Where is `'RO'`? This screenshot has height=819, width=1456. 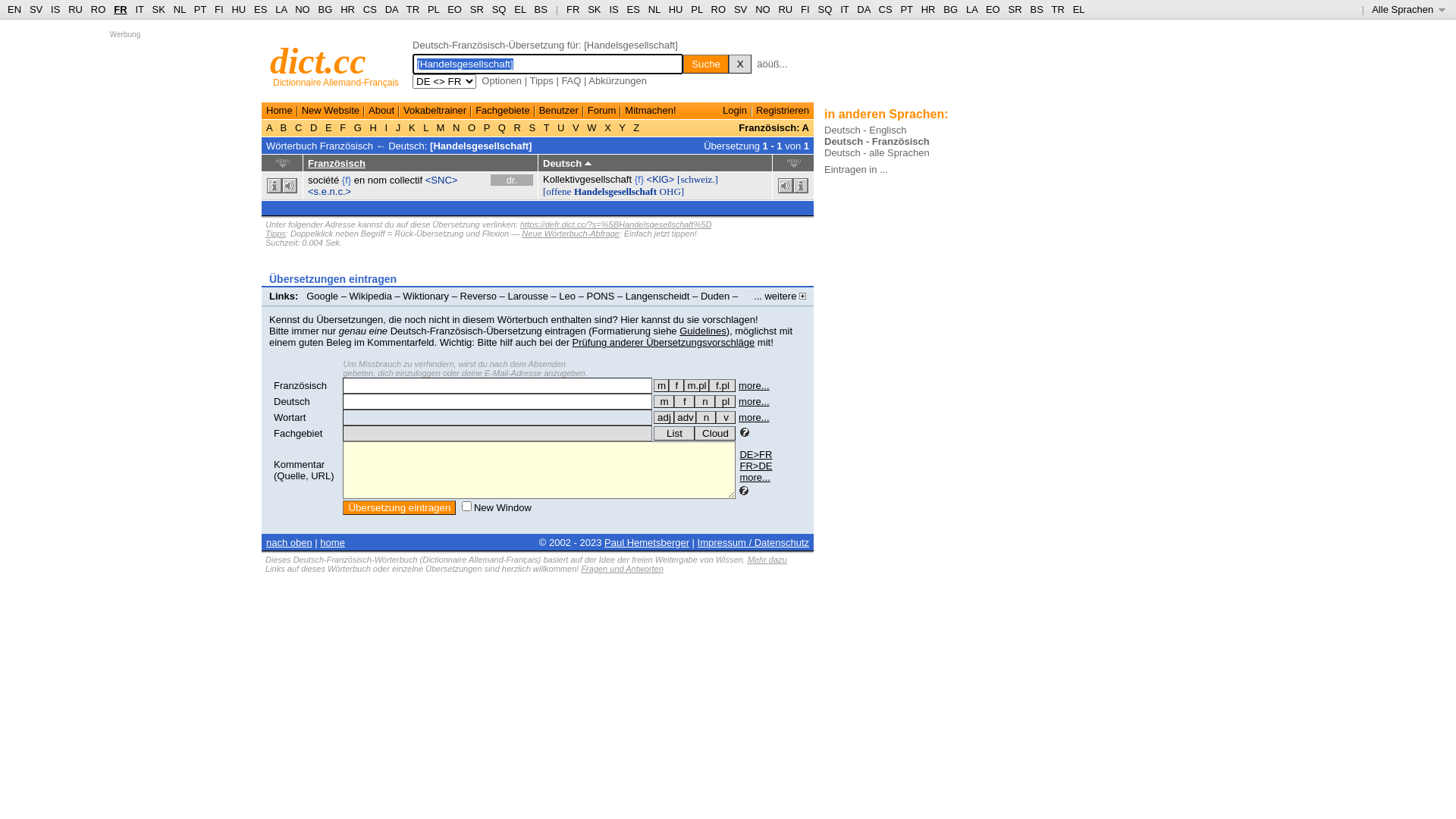 'RO' is located at coordinates (710, 9).